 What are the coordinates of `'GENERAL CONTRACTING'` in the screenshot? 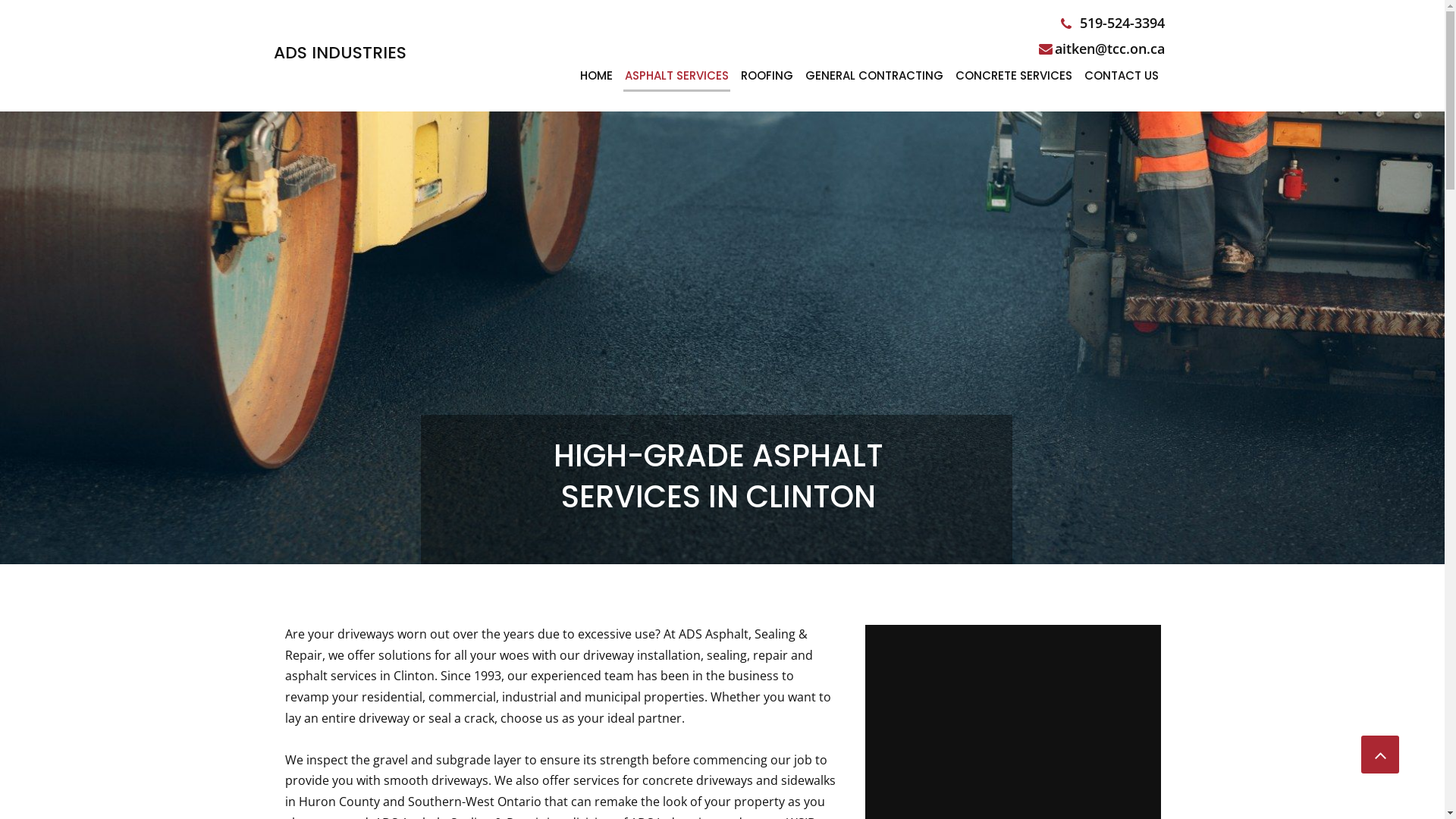 It's located at (874, 77).